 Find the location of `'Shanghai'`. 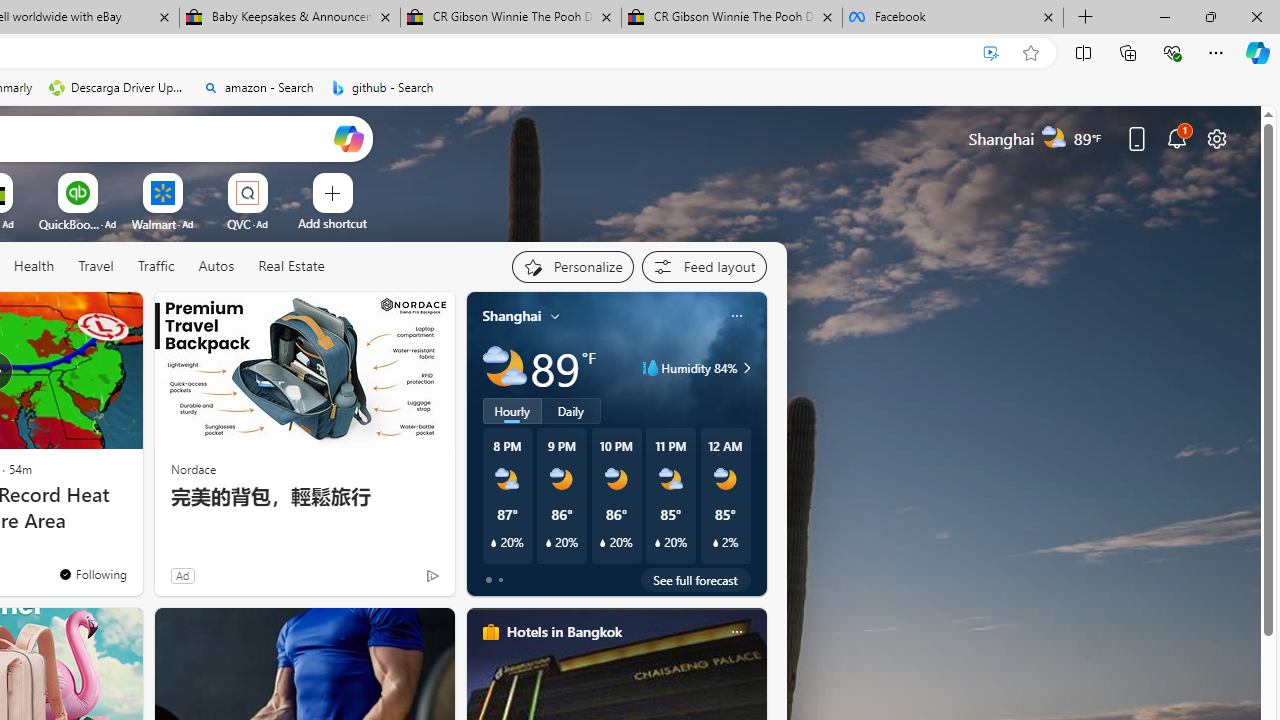

'Shanghai' is located at coordinates (512, 315).